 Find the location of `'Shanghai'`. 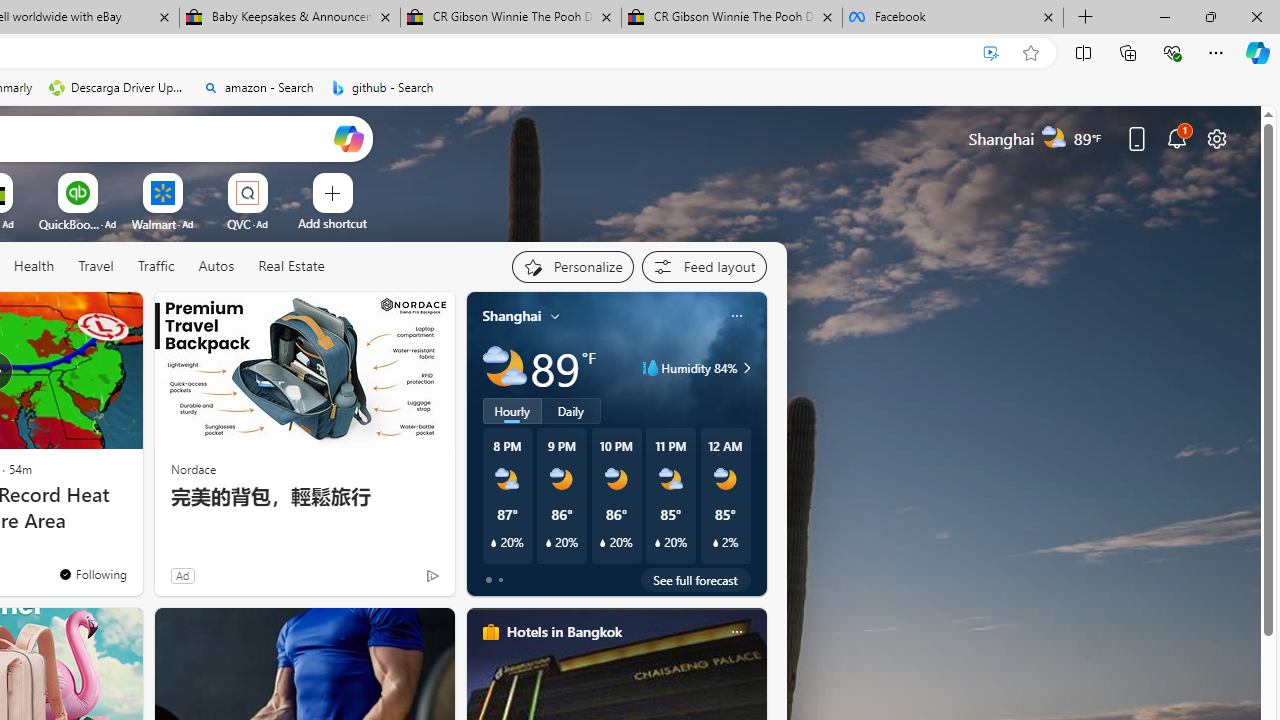

'Shanghai' is located at coordinates (512, 315).